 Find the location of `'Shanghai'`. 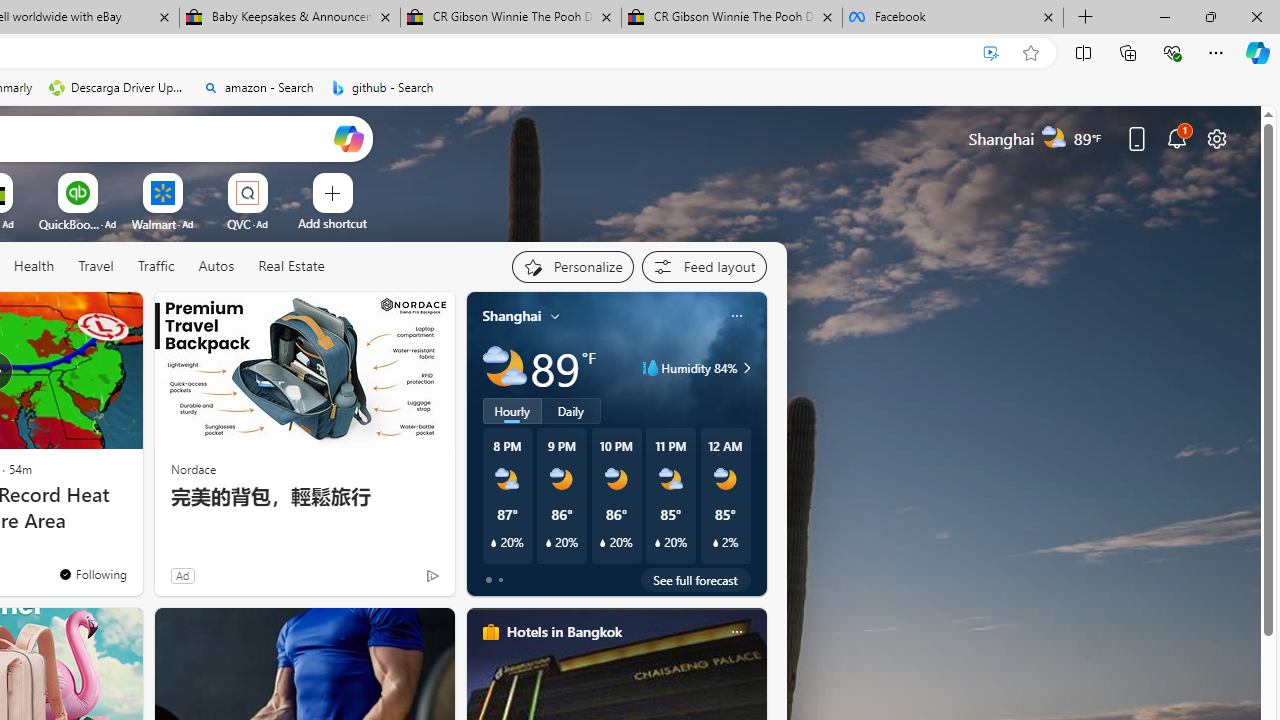

'Shanghai' is located at coordinates (512, 315).